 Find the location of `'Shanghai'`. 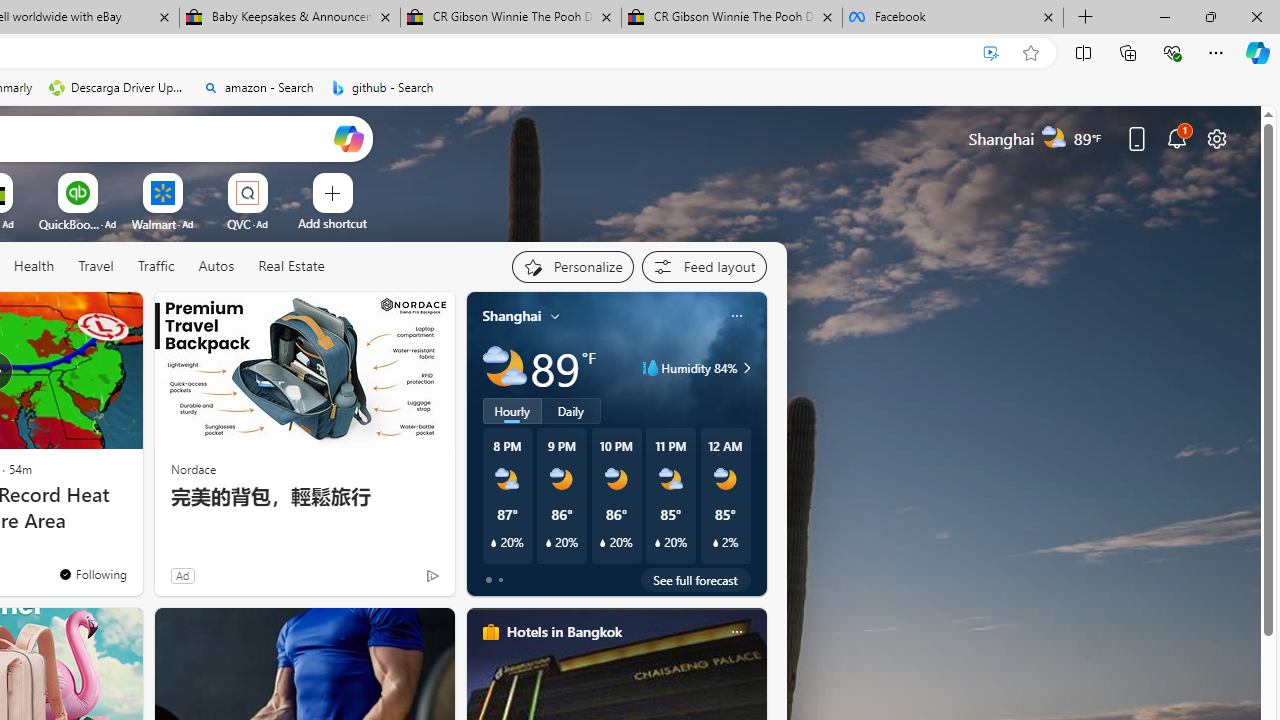

'Shanghai' is located at coordinates (512, 315).